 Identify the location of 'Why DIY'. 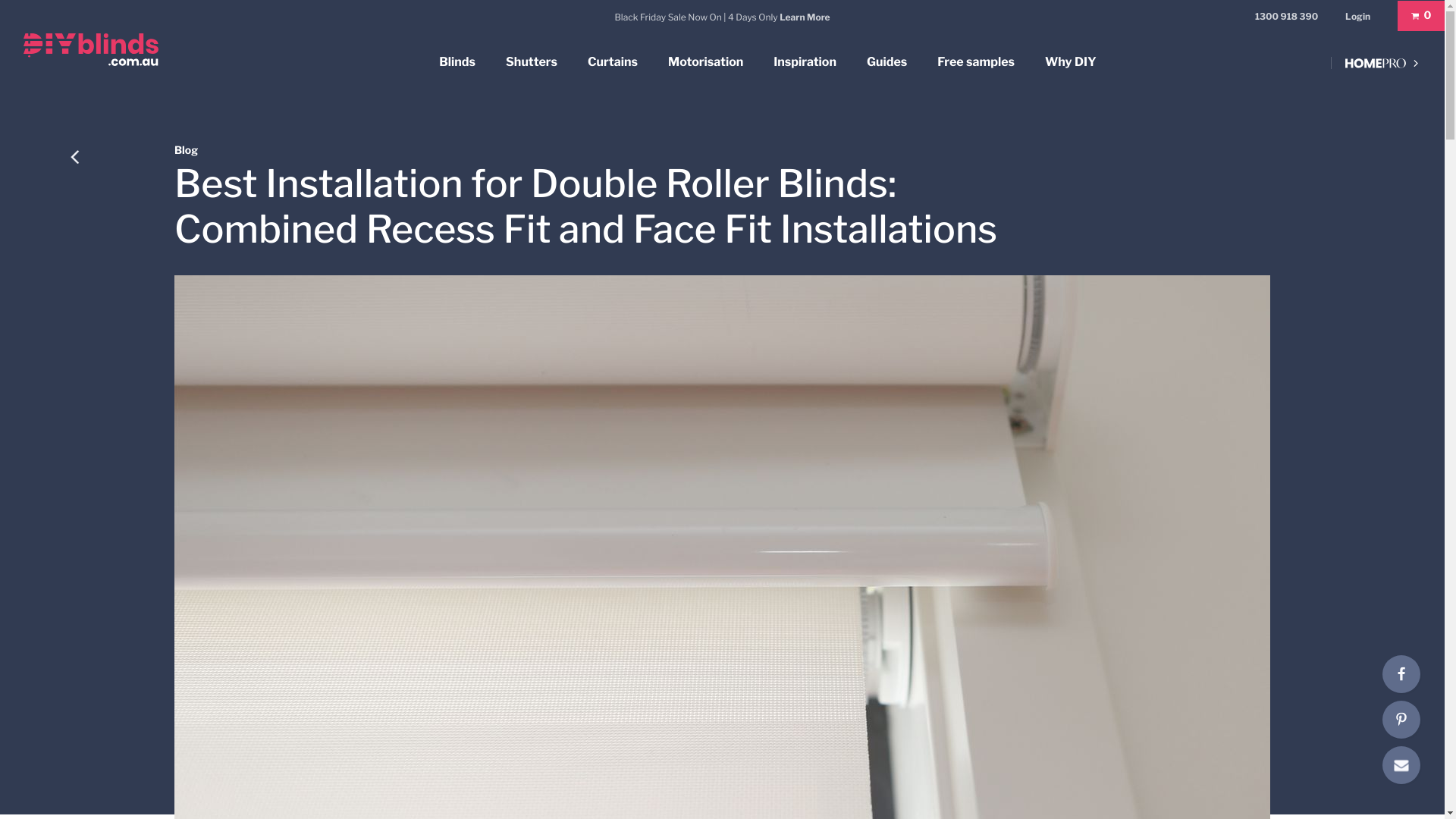
(1069, 61).